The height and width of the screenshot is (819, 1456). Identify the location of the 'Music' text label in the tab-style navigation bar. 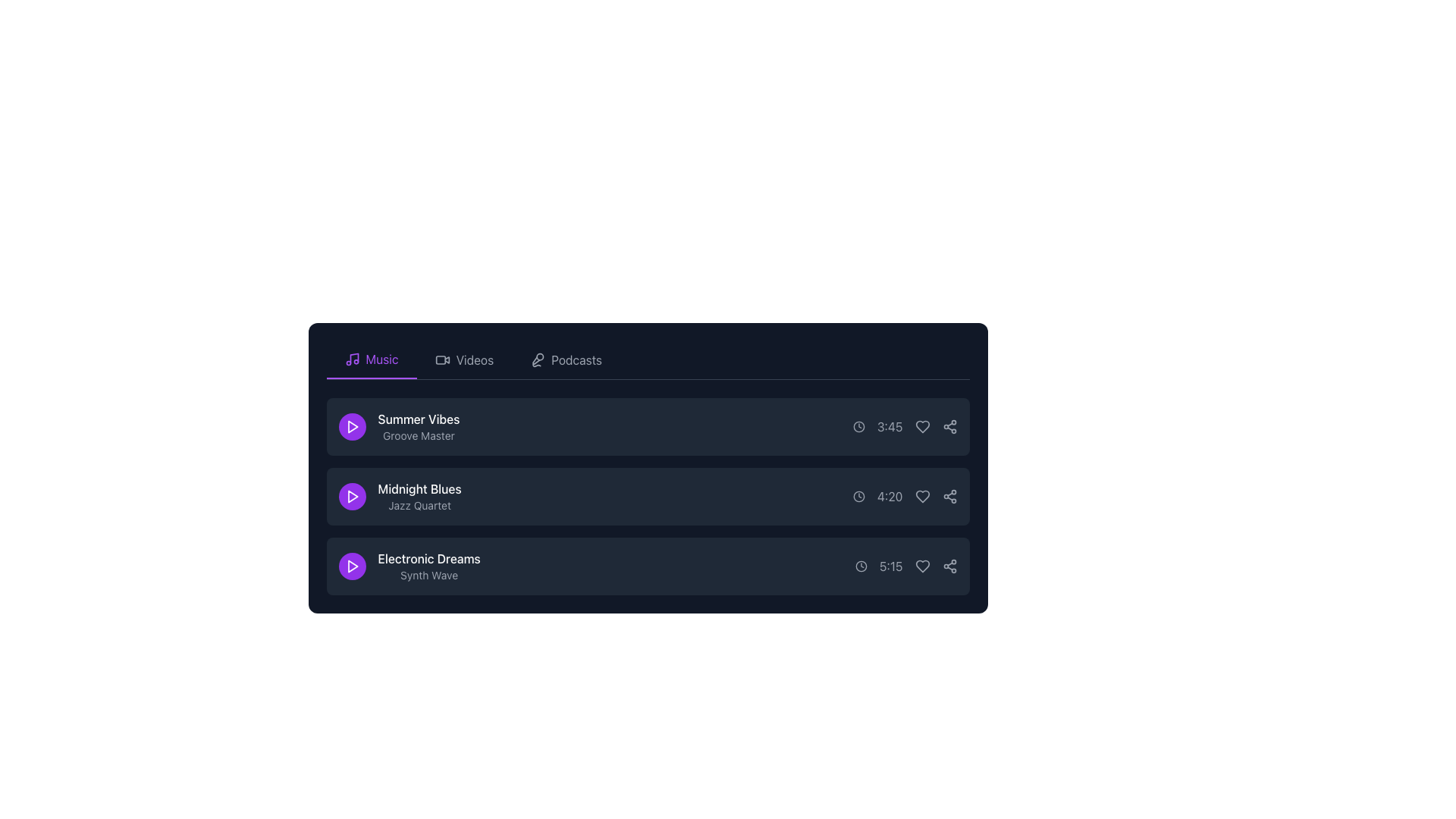
(382, 359).